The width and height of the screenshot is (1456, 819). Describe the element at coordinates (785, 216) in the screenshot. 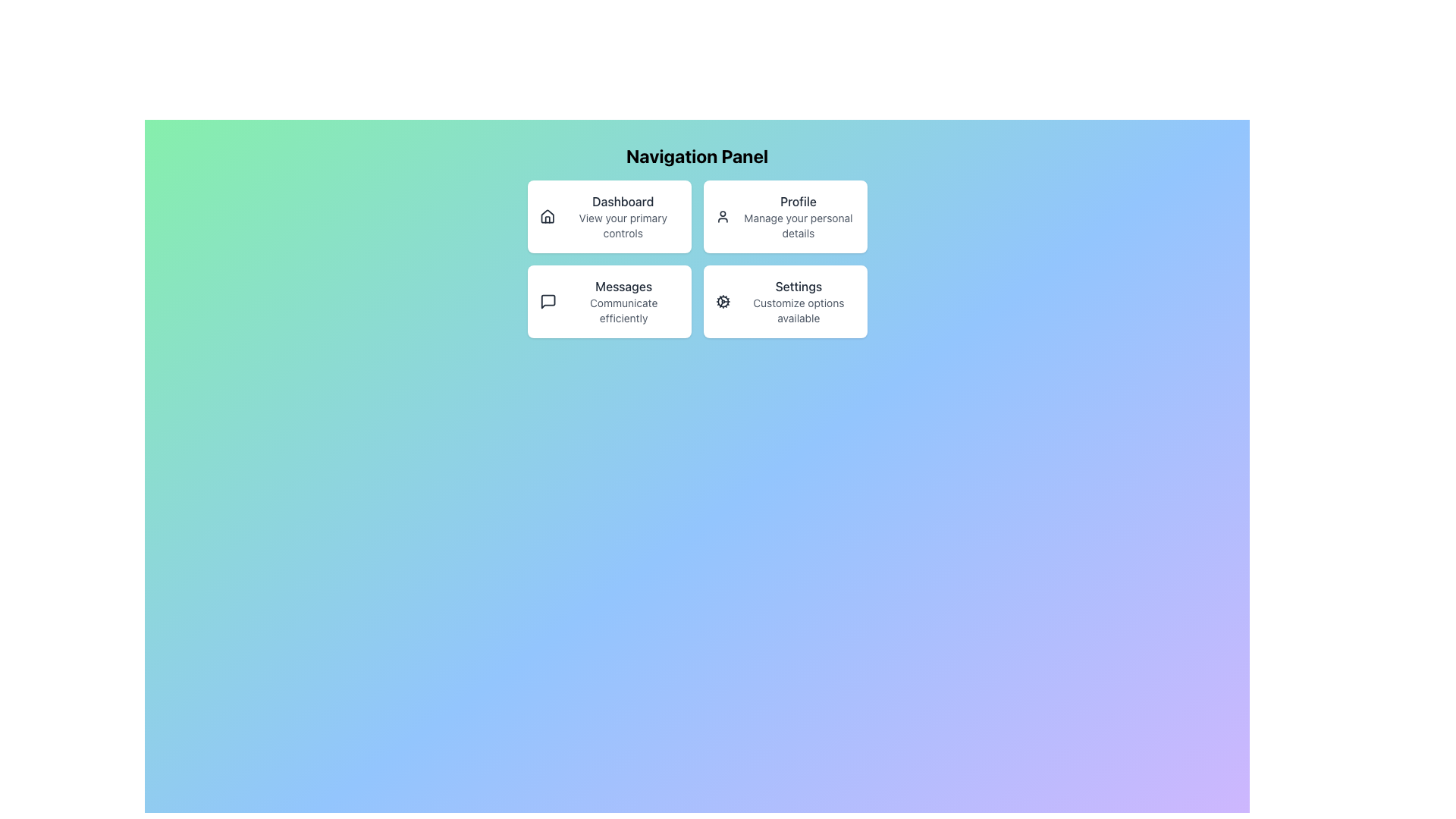

I see `the Card UI component that directs the user to manage their personal details, located in the top row, second column of the grid layout` at that location.